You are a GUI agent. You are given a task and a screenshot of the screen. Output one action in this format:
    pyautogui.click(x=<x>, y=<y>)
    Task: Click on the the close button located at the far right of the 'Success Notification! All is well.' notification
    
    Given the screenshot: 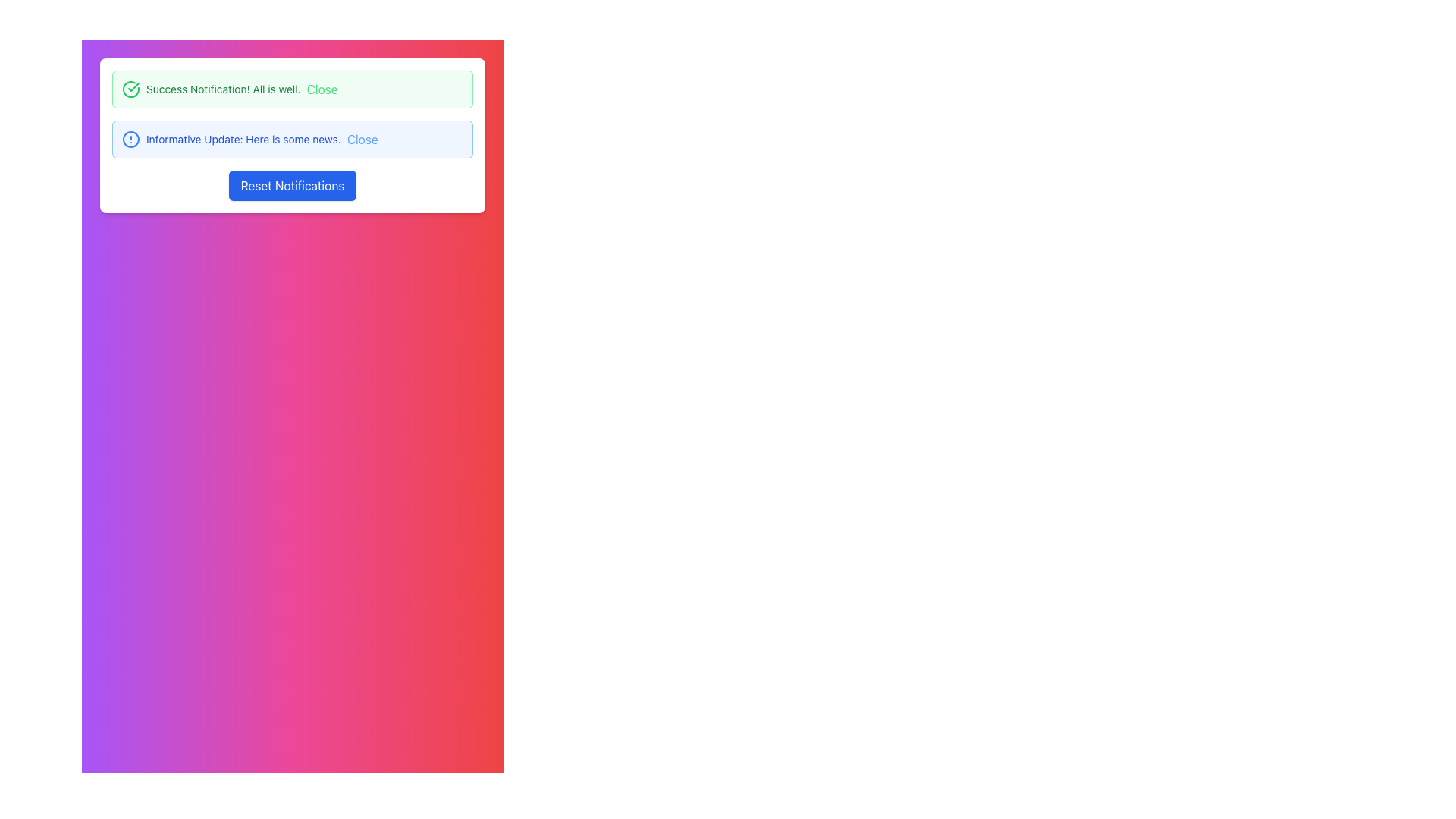 What is the action you would take?
    pyautogui.click(x=322, y=89)
    